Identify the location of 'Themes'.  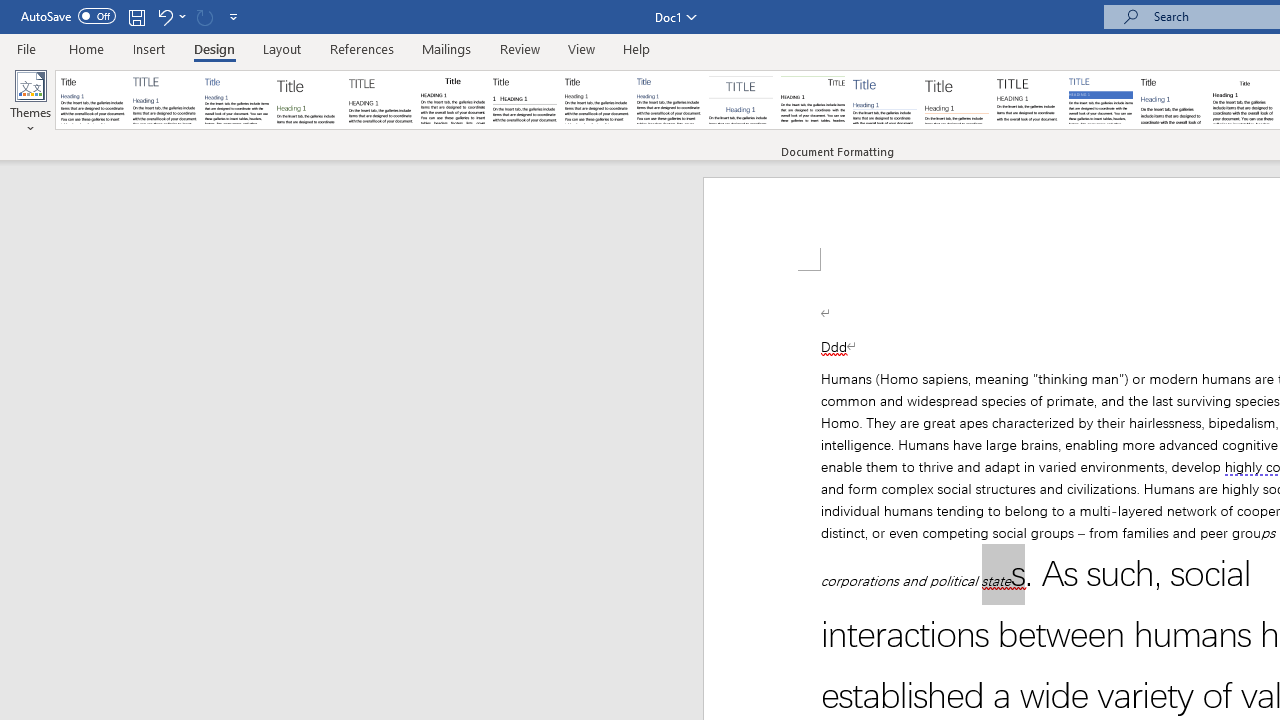
(30, 103).